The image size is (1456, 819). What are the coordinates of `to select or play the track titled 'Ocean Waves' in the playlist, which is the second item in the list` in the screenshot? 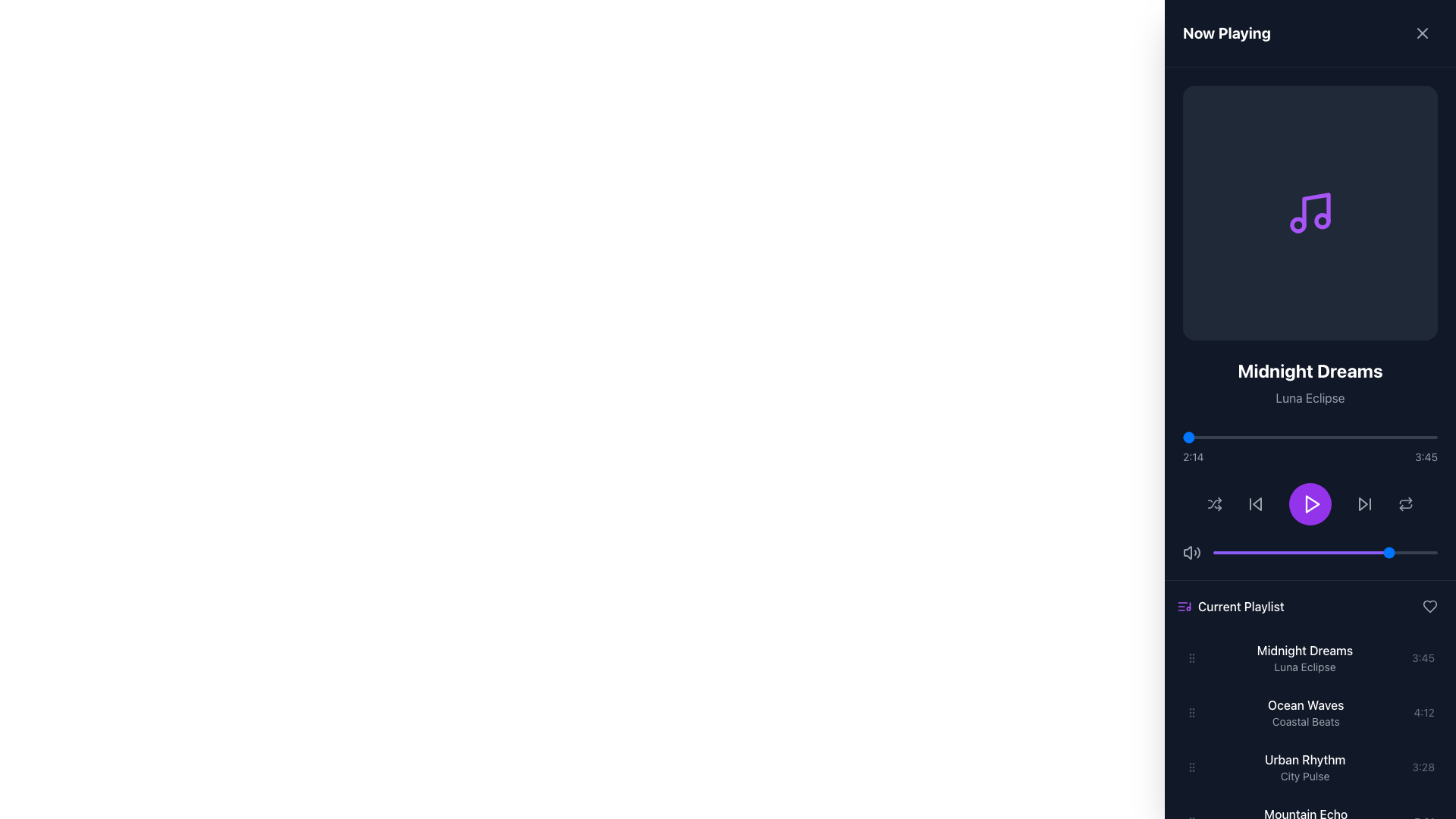 It's located at (1310, 713).